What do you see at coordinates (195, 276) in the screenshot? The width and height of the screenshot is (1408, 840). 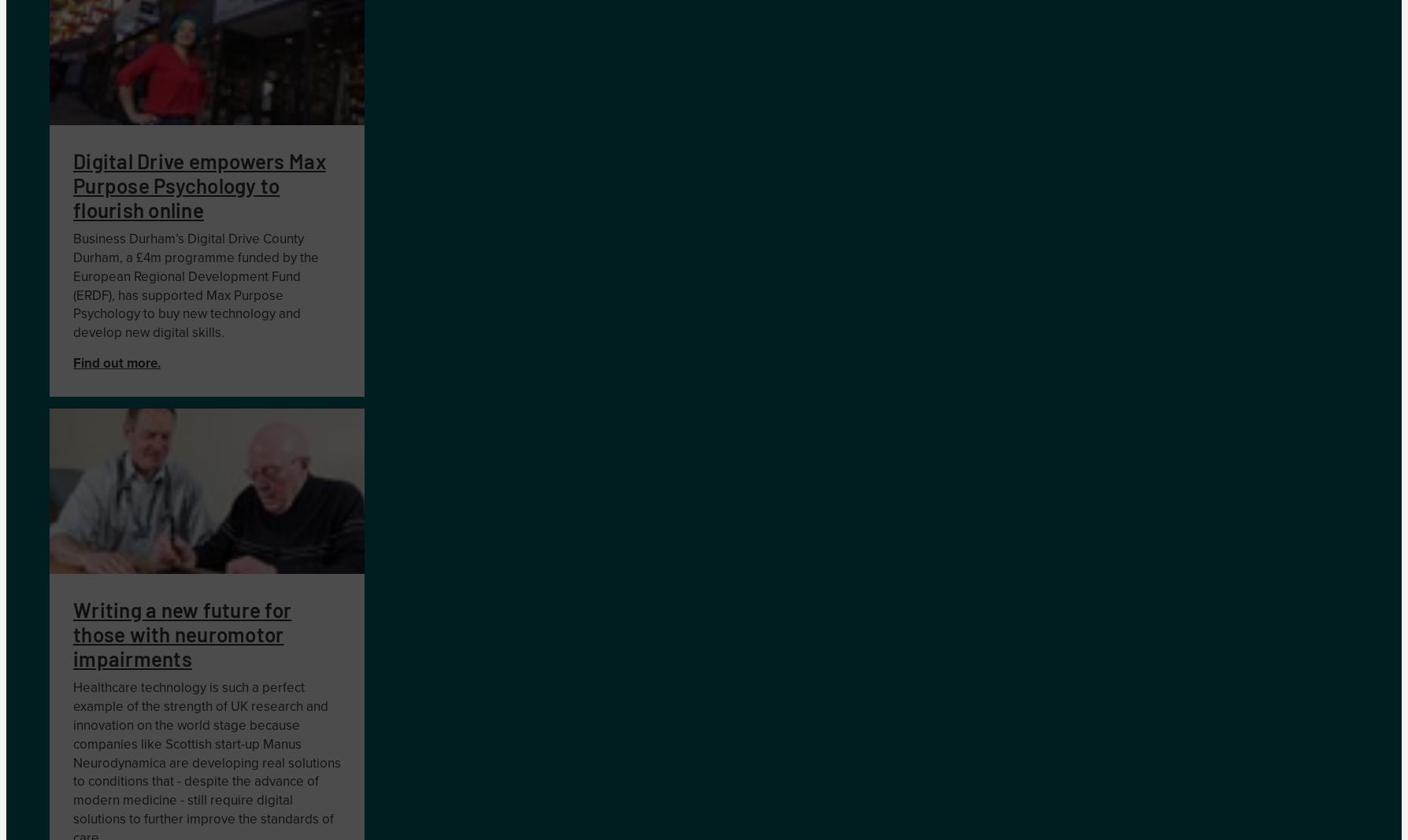 I see `'a £4m programme funded by the European Regional Development Fund (ERDF),'` at bounding box center [195, 276].